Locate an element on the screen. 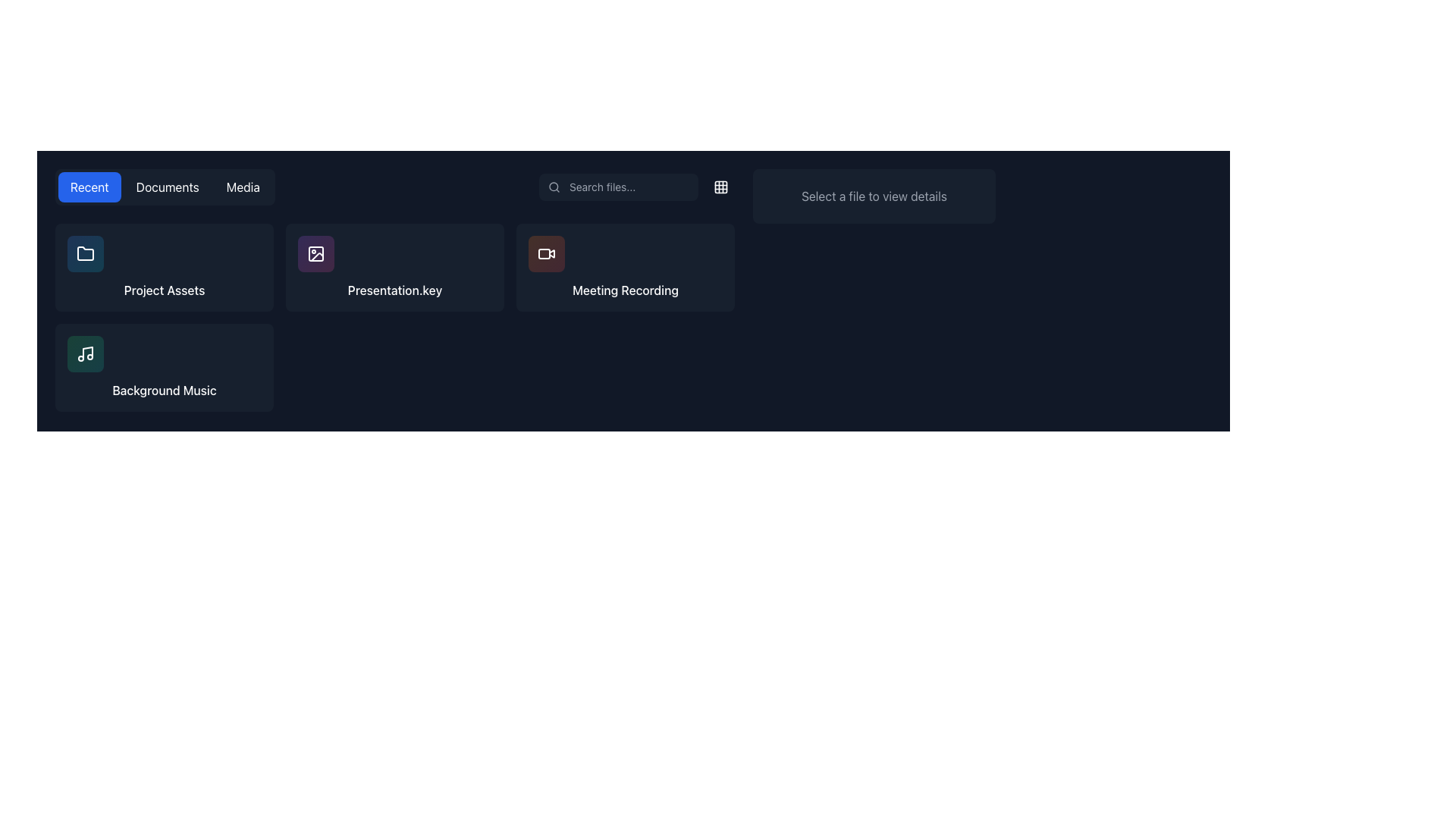 The width and height of the screenshot is (1456, 819). the icon button representing 'Project Assets' located in the top-left cell of a two-row grid layout is located at coordinates (85, 253).